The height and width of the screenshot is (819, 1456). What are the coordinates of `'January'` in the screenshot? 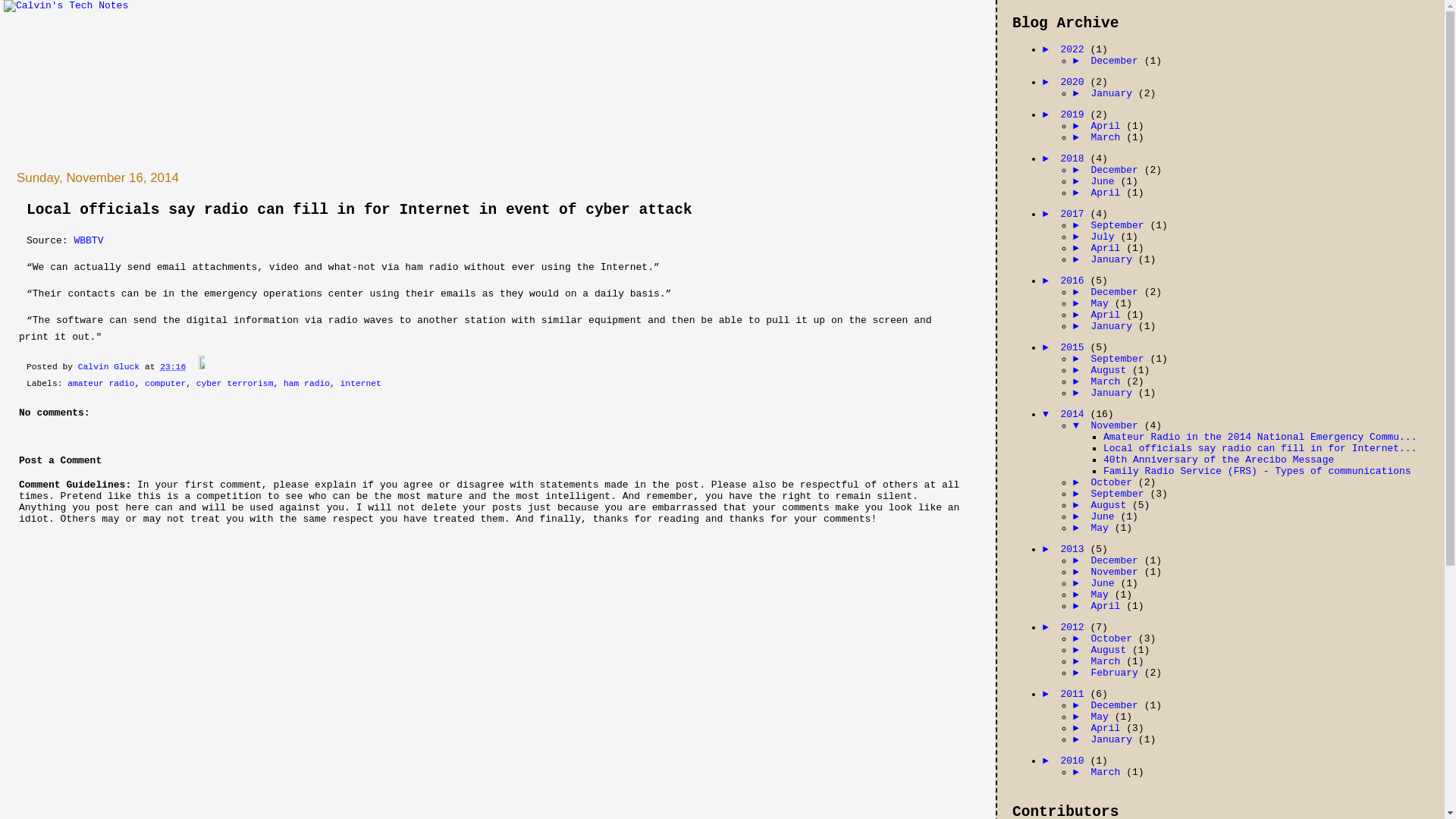 It's located at (1113, 93).